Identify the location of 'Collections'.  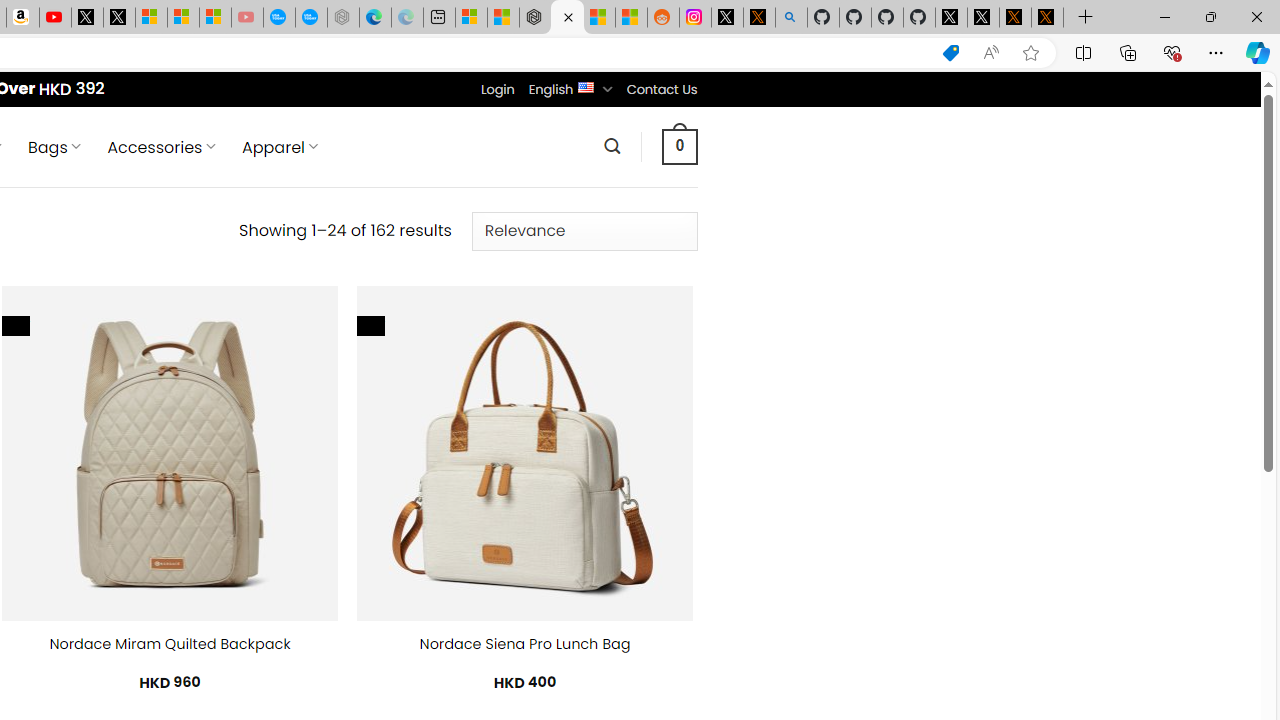
(1128, 51).